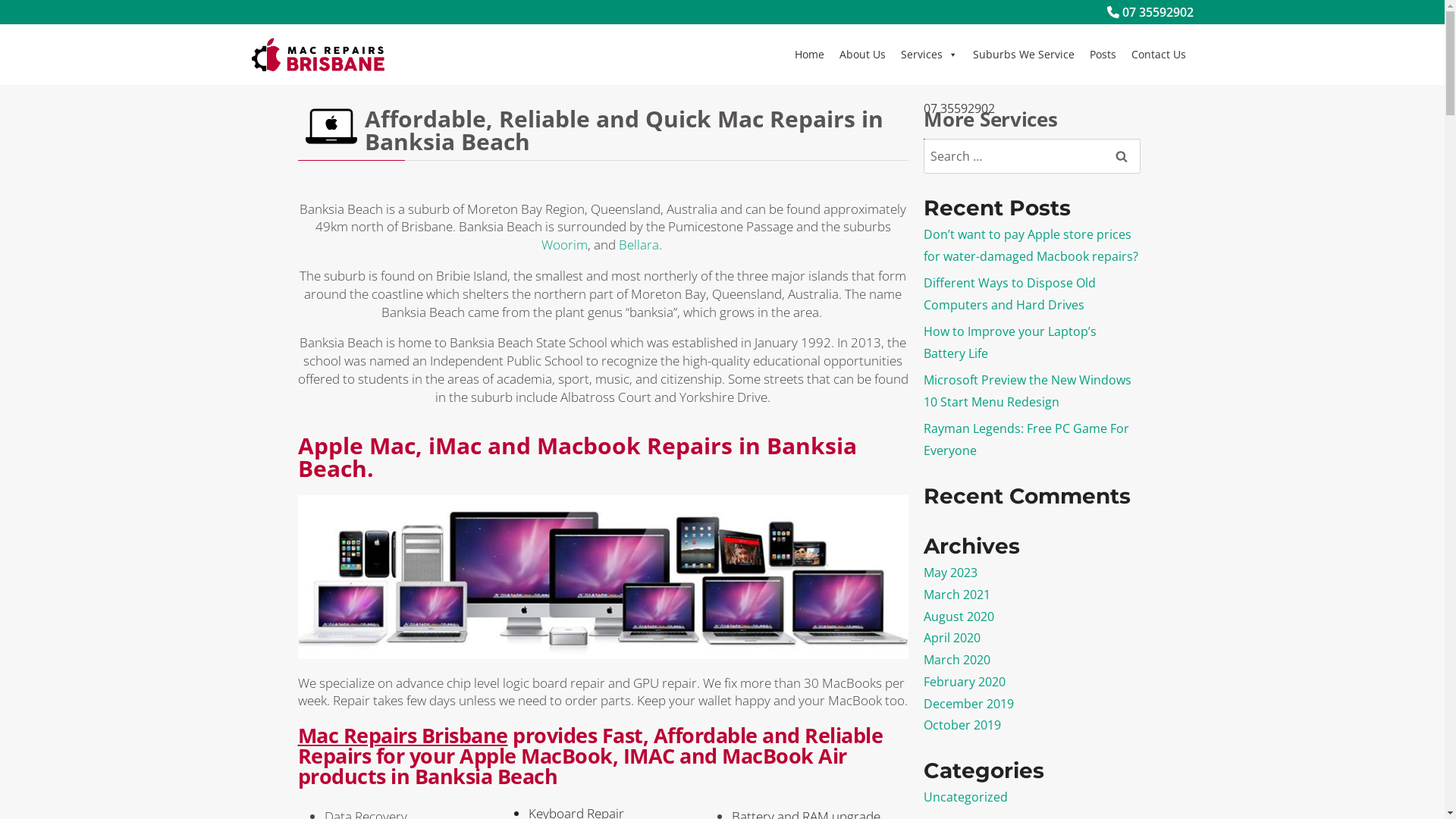  What do you see at coordinates (1157, 54) in the screenshot?
I see `'Contact Us'` at bounding box center [1157, 54].